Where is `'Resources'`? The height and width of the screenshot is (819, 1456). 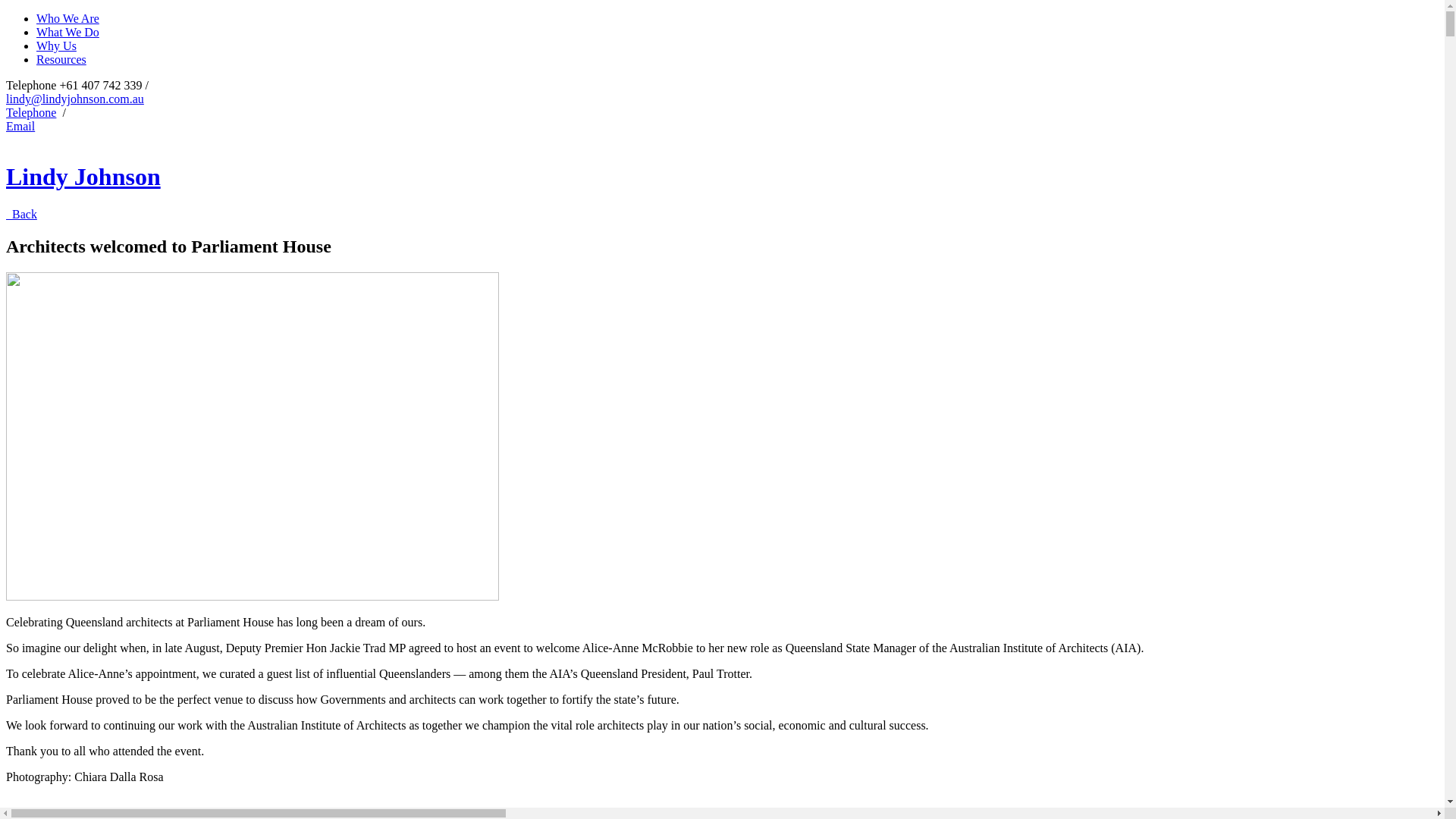 'Resources' is located at coordinates (36, 58).